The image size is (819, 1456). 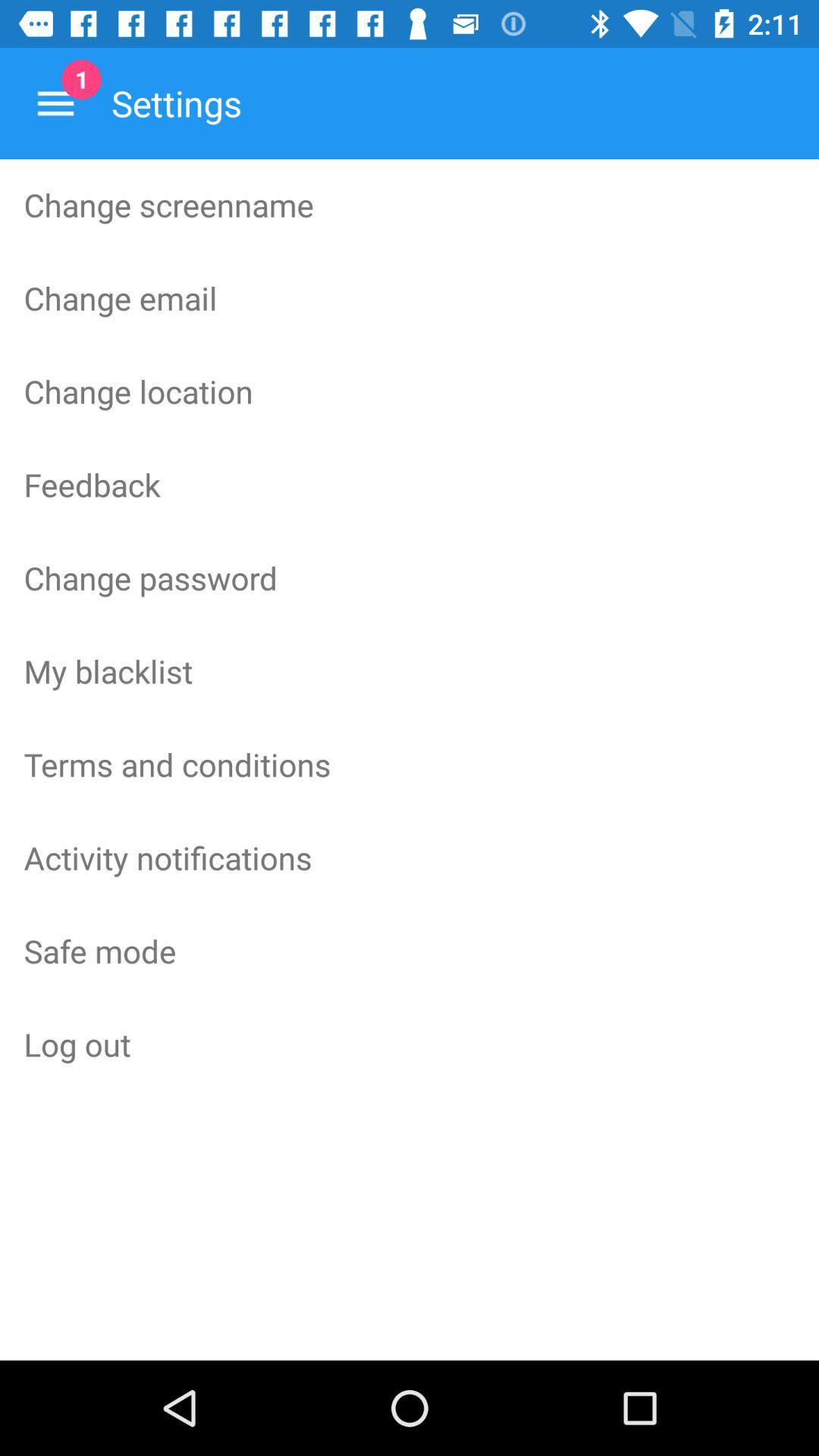 What do you see at coordinates (409, 391) in the screenshot?
I see `icon above the feedback item` at bounding box center [409, 391].